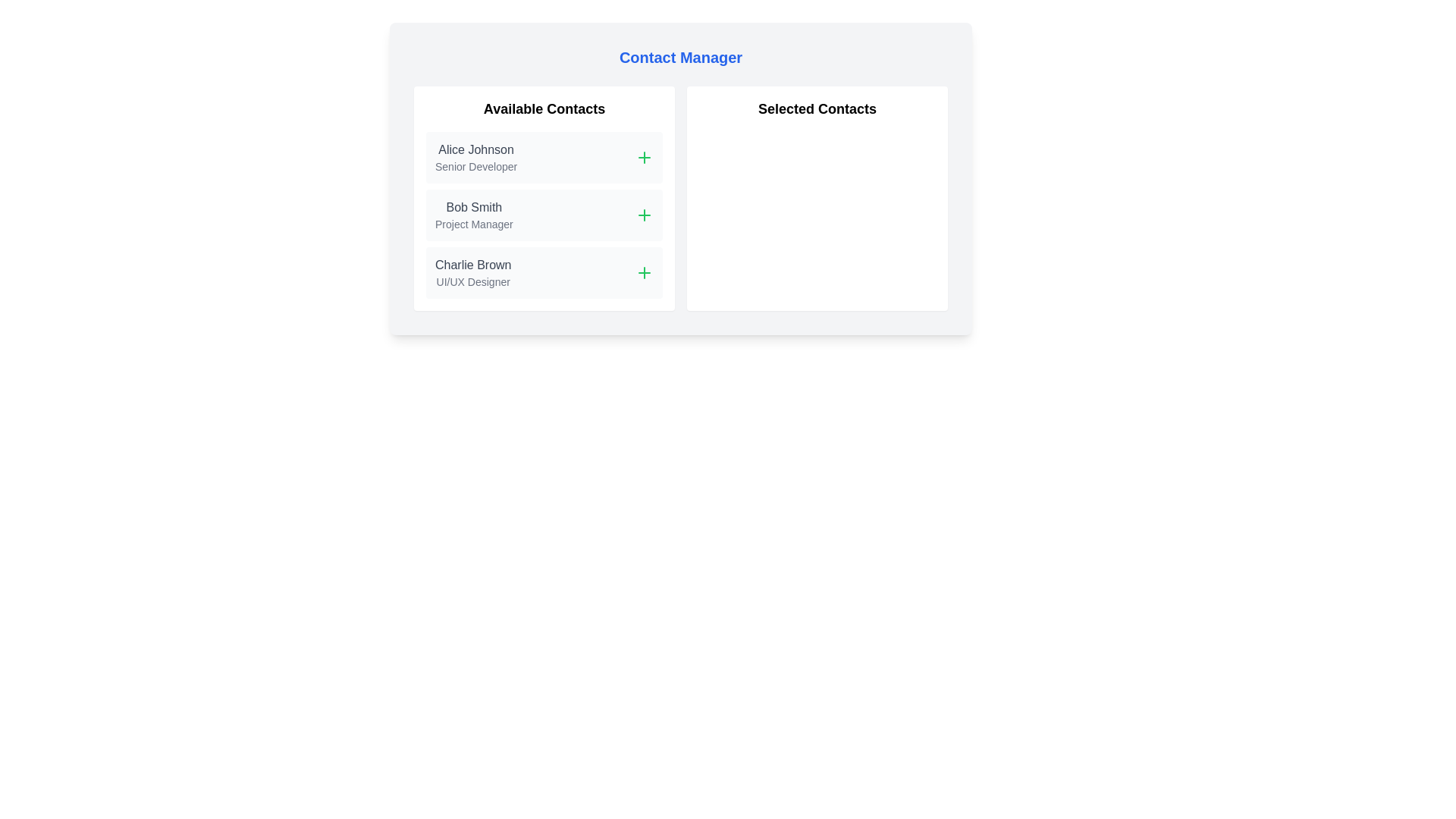 The image size is (1456, 819). Describe the element at coordinates (473, 224) in the screenshot. I see `the text label reading 'Project Manager' located below 'Bob Smith' in the 'Available Contacts' section` at that location.